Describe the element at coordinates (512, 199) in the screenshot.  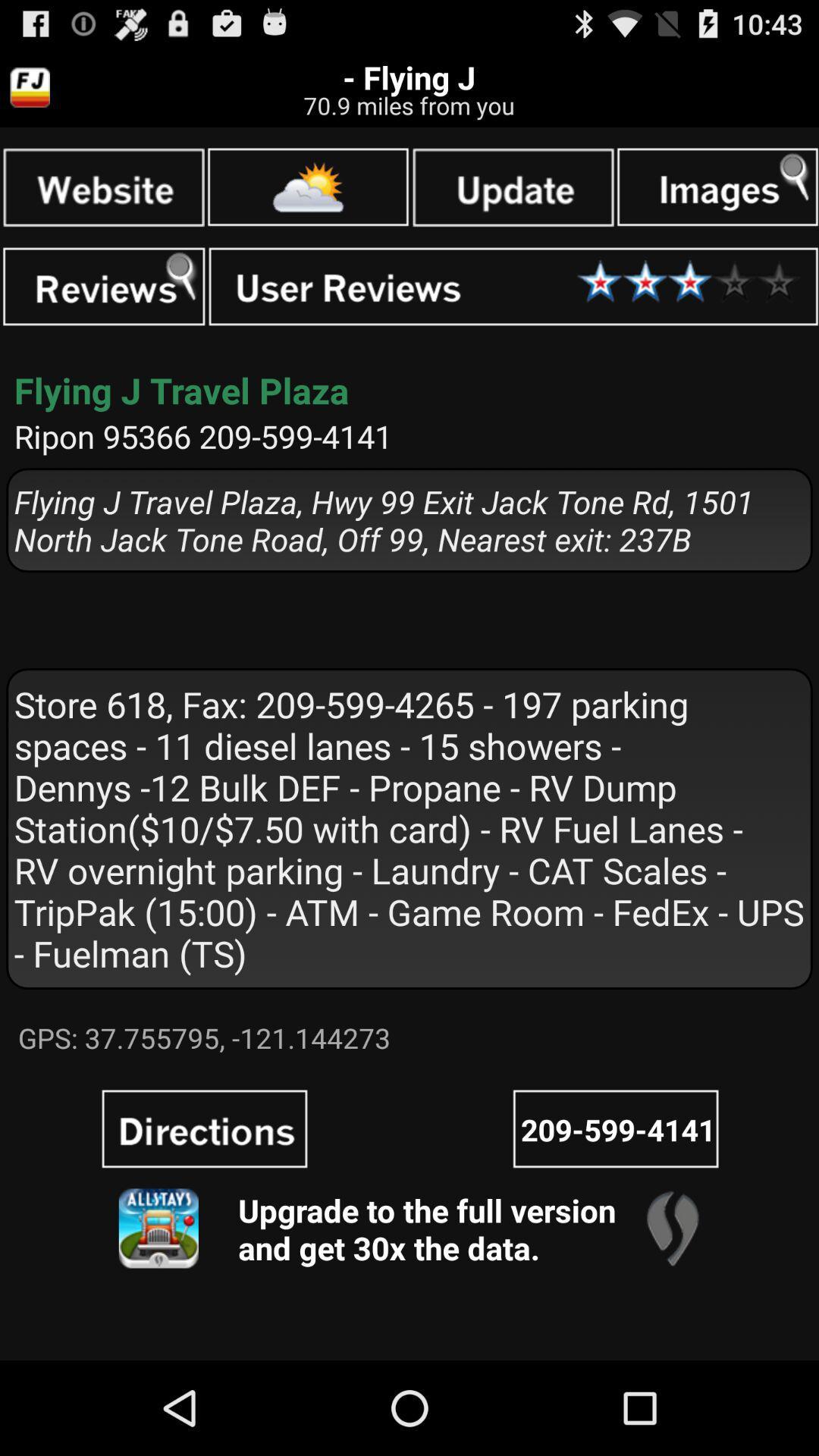
I see `the date_range icon` at that location.